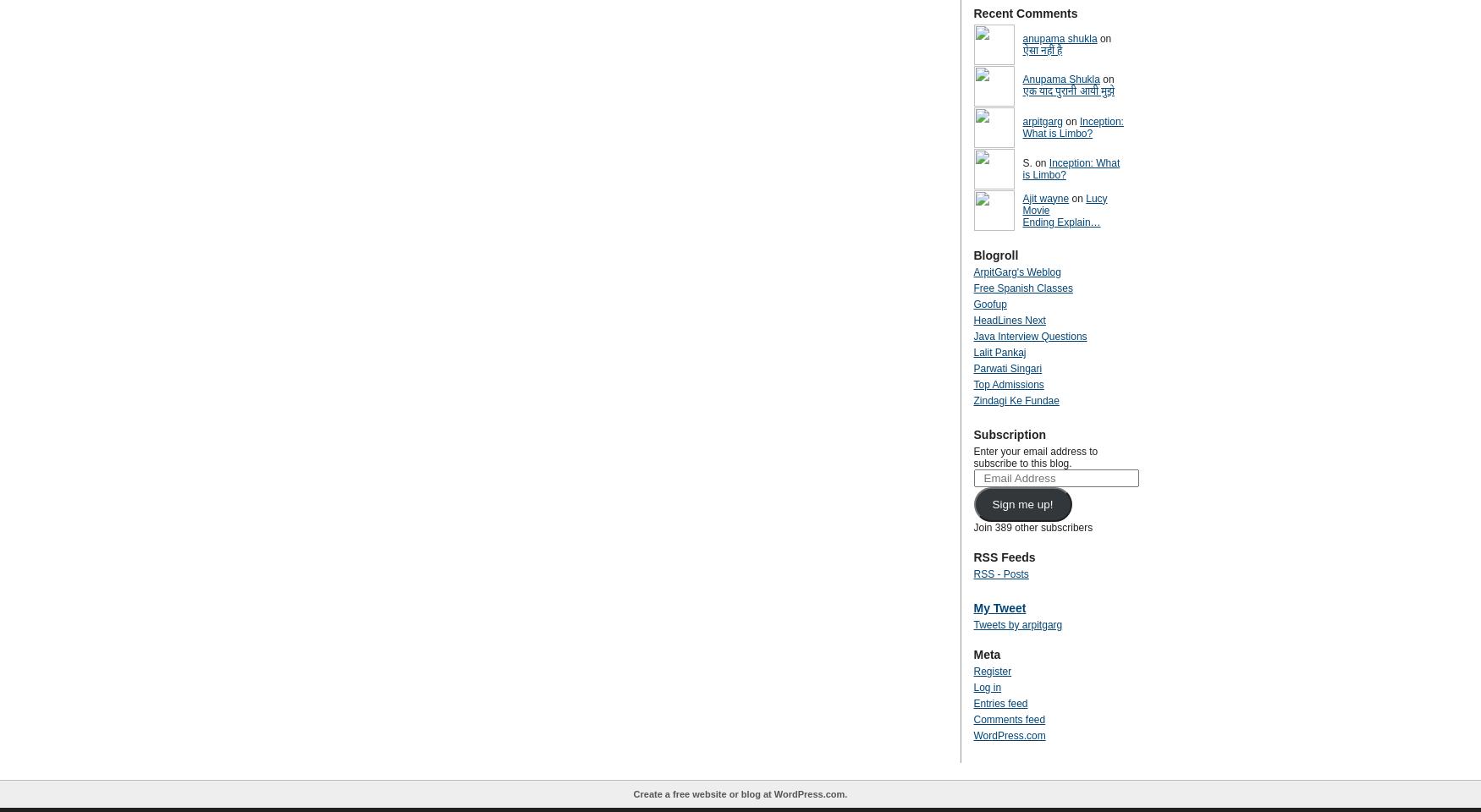 The width and height of the screenshot is (1481, 812). What do you see at coordinates (1045, 197) in the screenshot?
I see `'Ajit wayne'` at bounding box center [1045, 197].